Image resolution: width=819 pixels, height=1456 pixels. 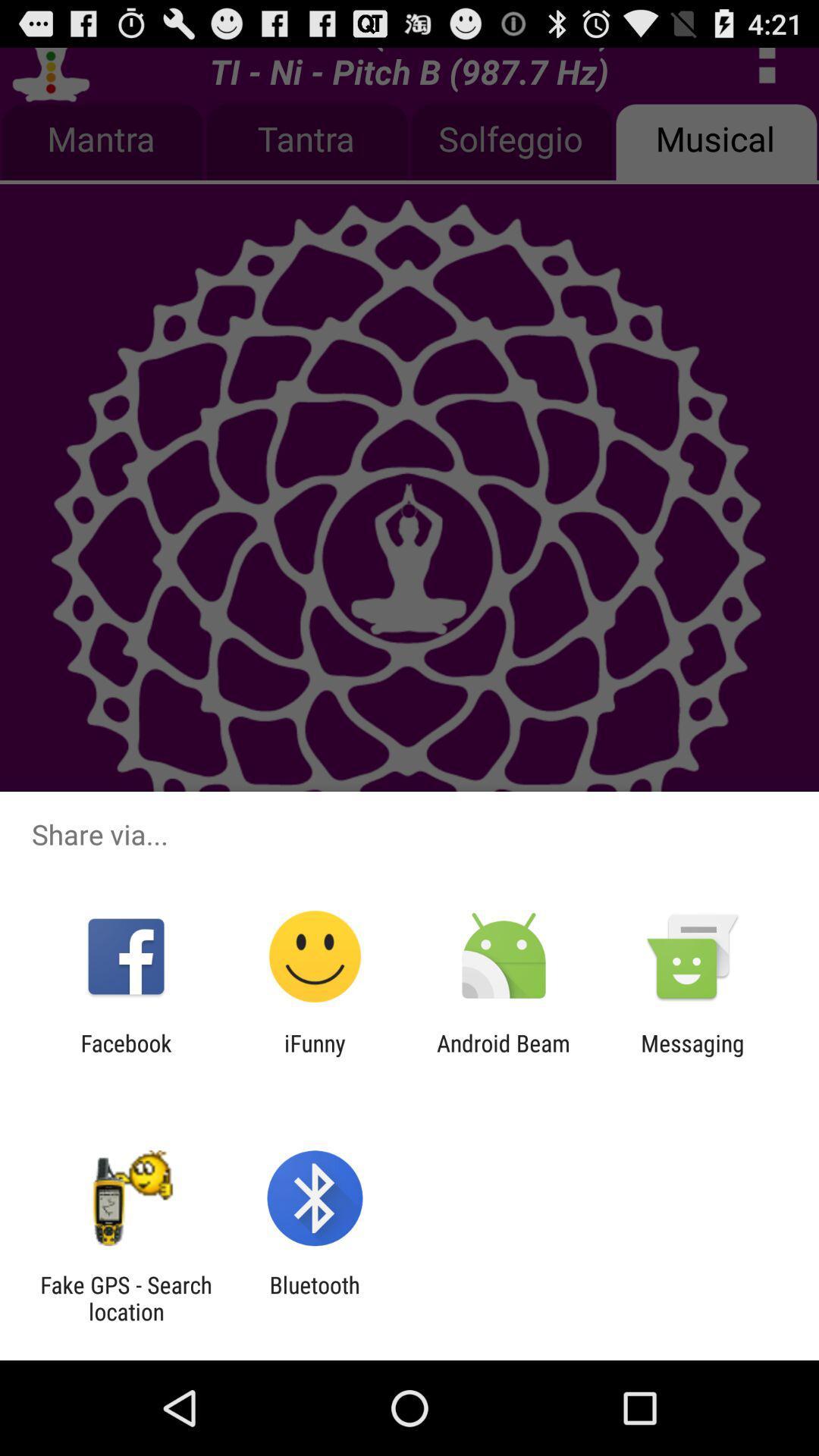 I want to click on the icon next to the bluetooth item, so click(x=125, y=1298).